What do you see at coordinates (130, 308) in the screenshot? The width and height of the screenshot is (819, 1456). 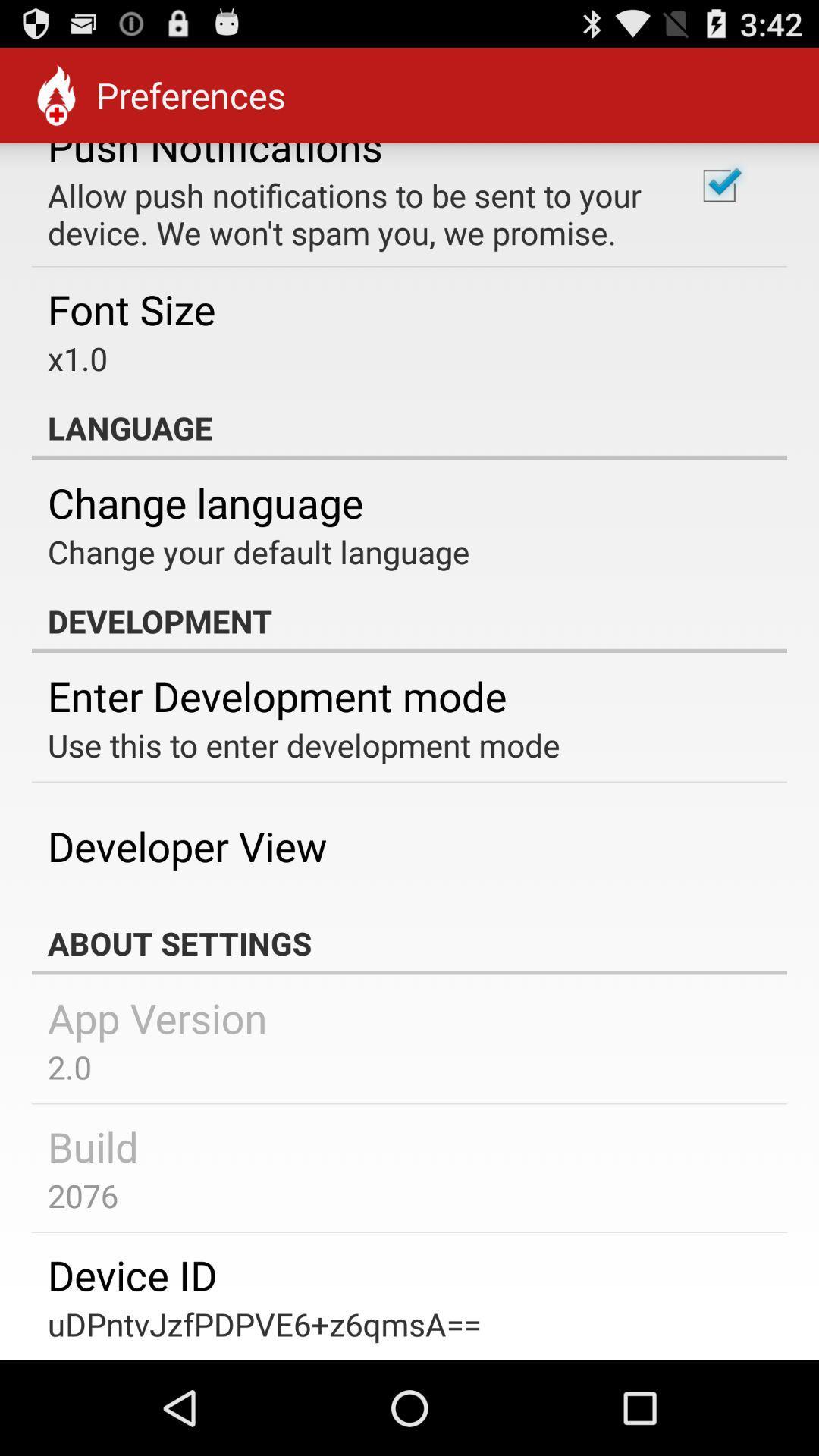 I see `the item above the x1.0` at bounding box center [130, 308].